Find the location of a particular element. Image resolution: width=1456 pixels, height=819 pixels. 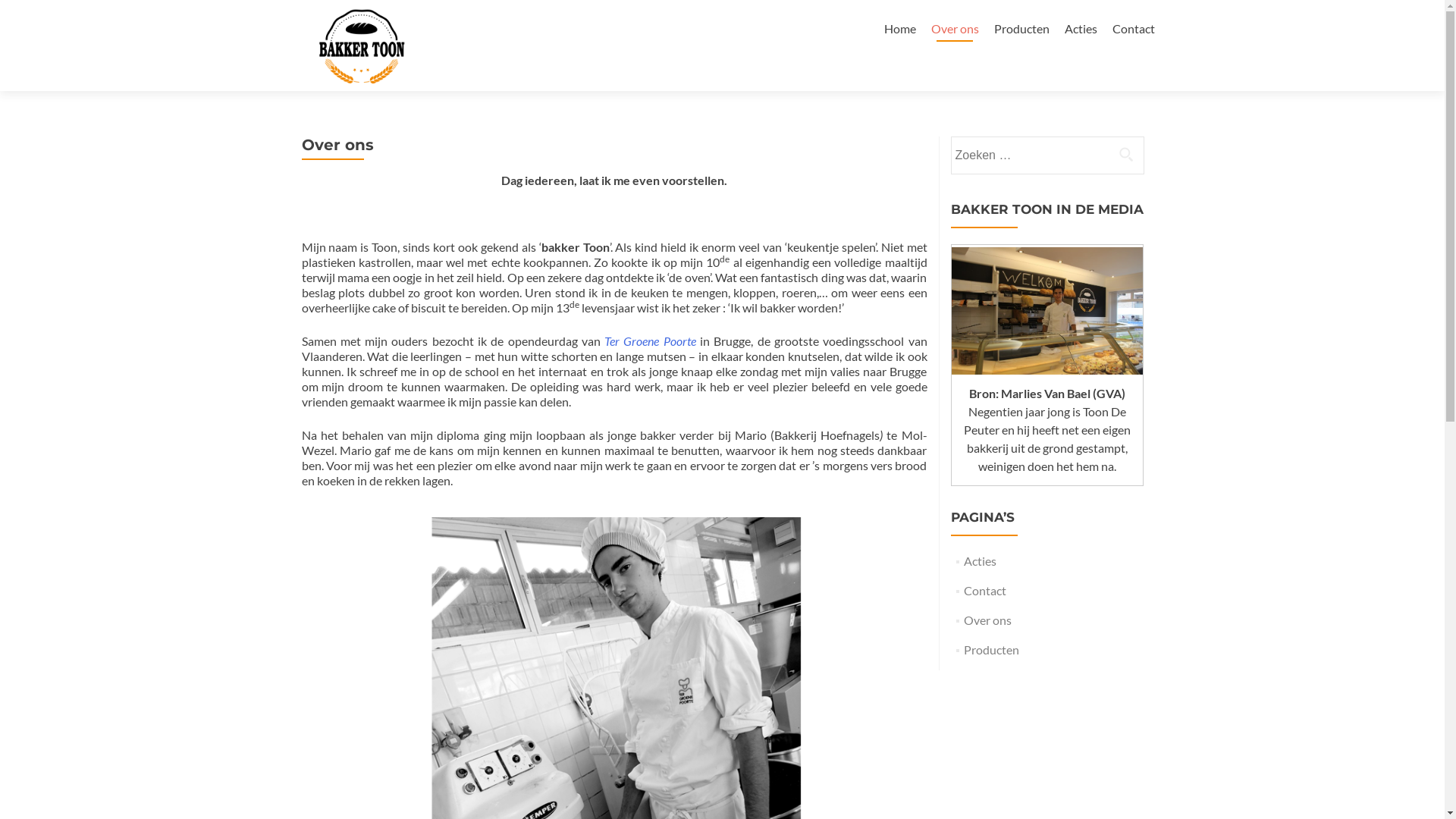

'Producten' is located at coordinates (991, 648).